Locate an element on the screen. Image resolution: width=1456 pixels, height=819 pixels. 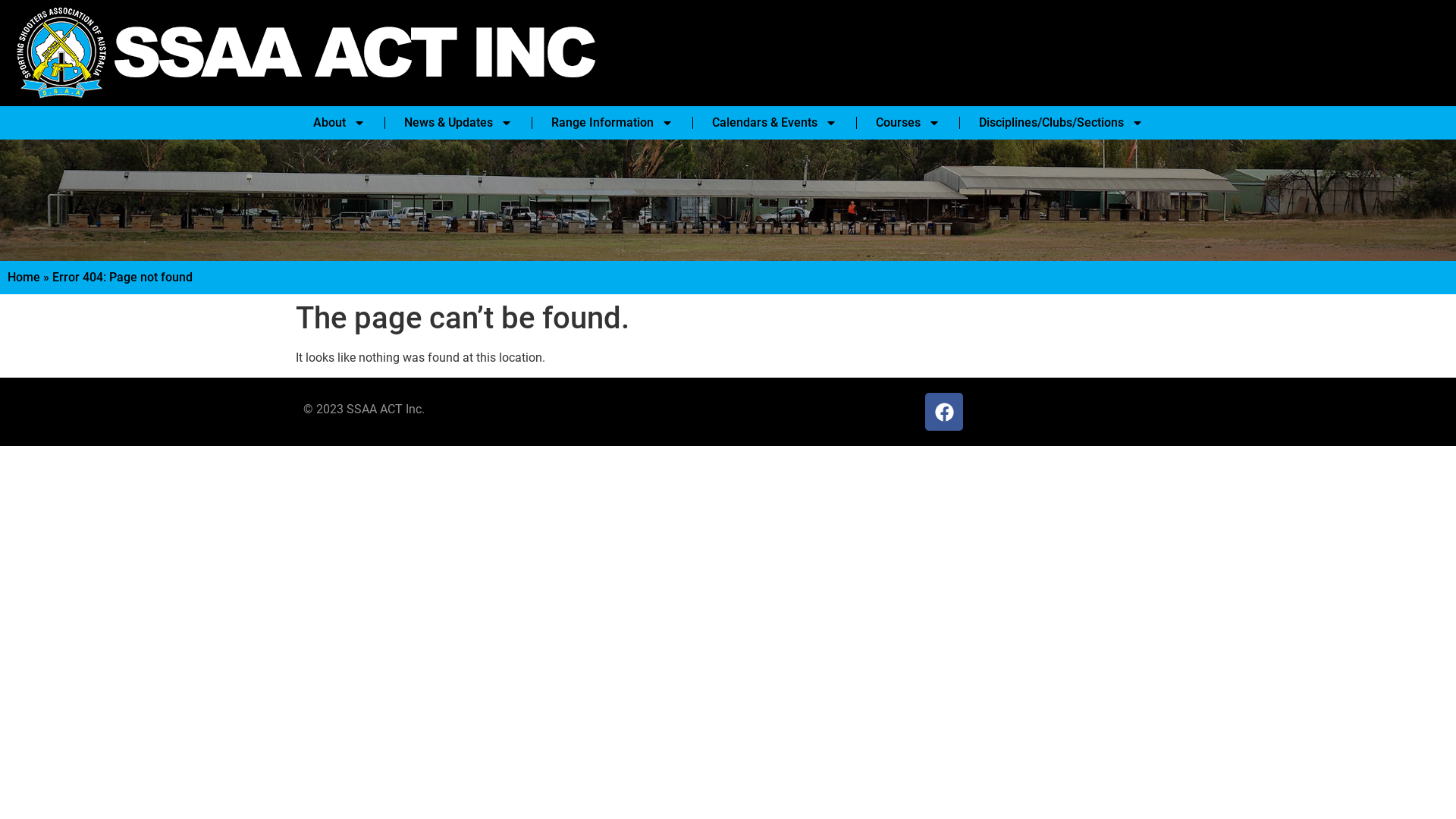
'Calendars & Events' is located at coordinates (773, 122).